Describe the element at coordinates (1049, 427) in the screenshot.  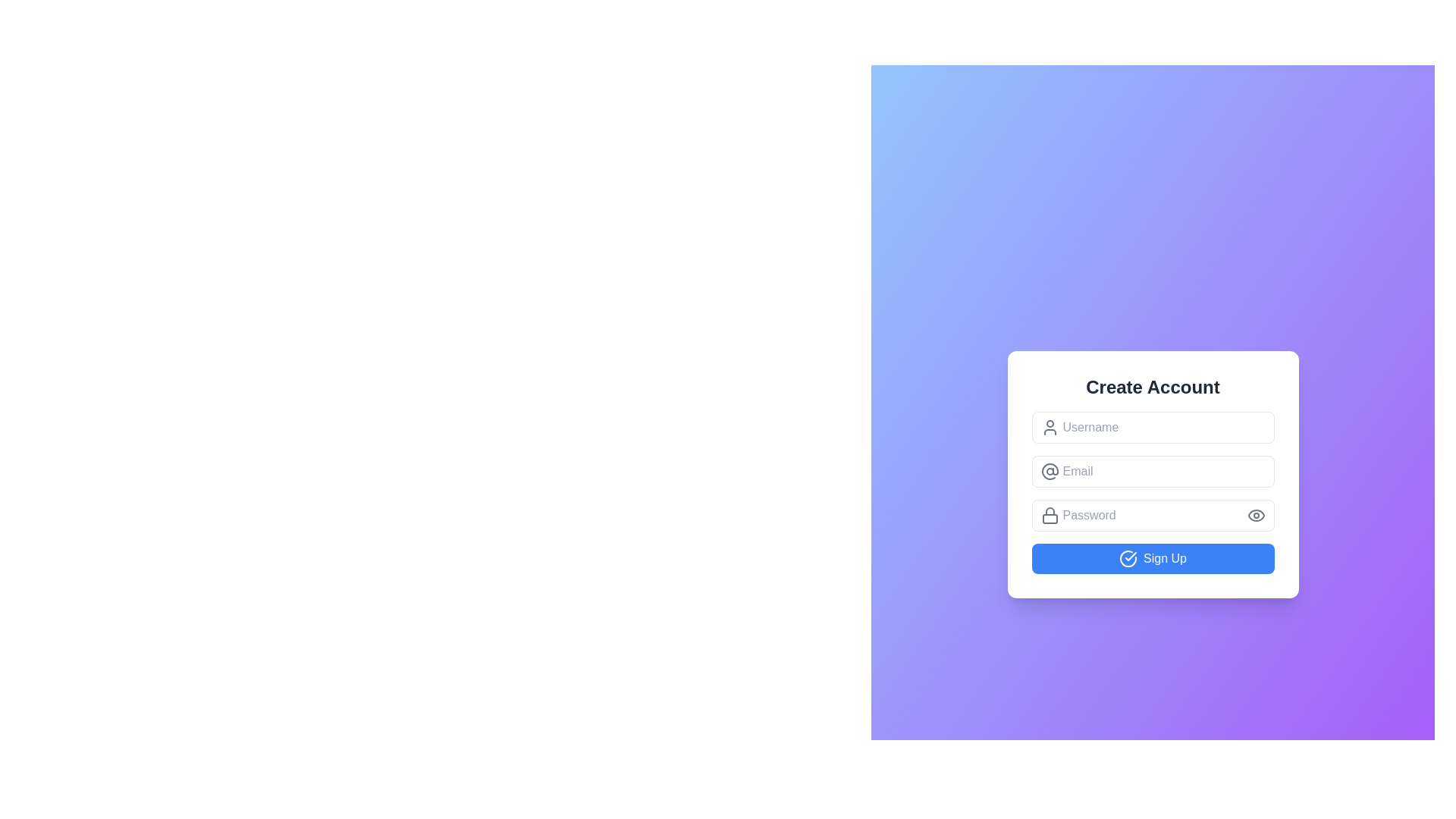
I see `the decorative icon located to the left of the 'Username' text input field, which indicates the purpose of the field` at that location.